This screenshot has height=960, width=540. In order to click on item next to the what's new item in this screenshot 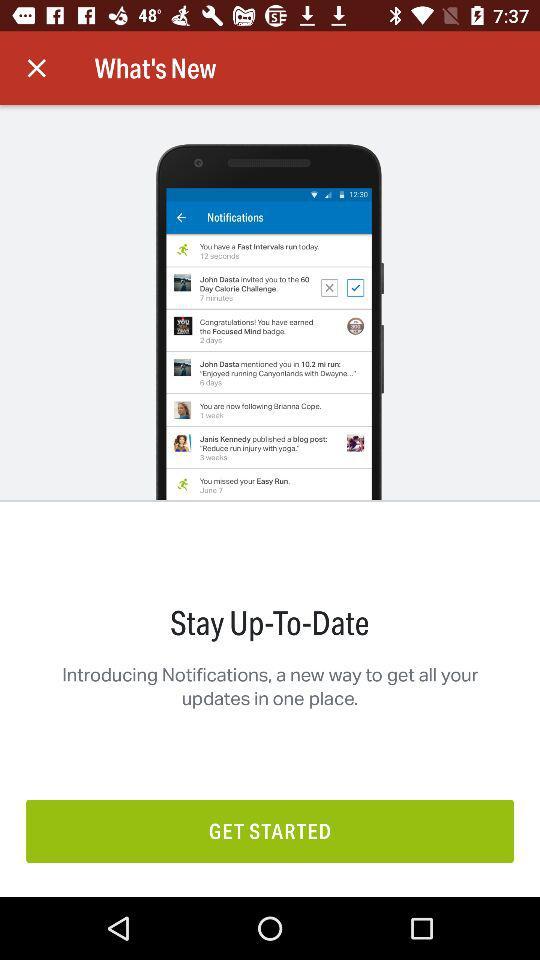, I will do `click(36, 68)`.